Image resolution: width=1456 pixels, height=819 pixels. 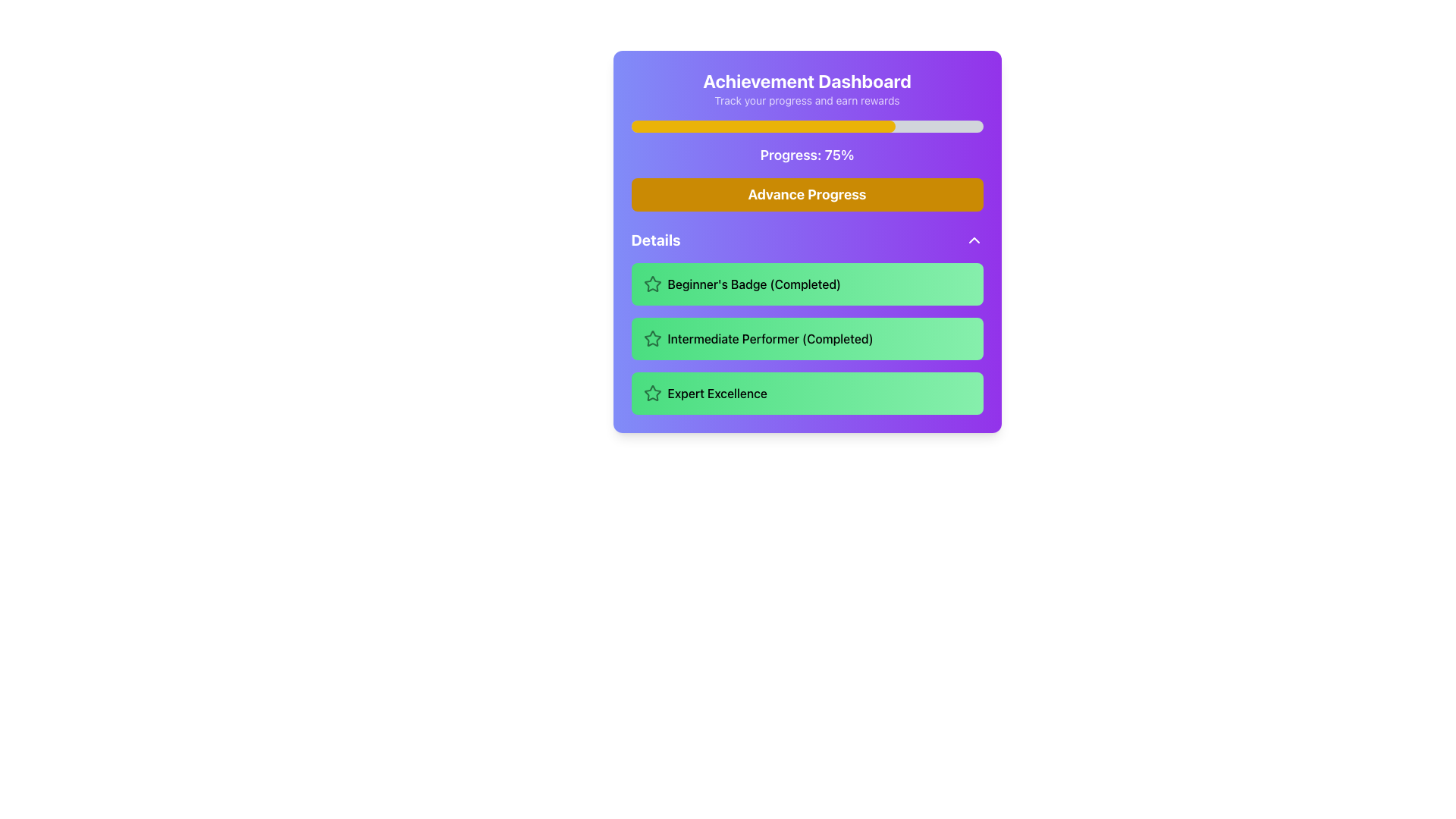 I want to click on the star-shaped icon outlined in a thin dark stroke, located in the green box labeled 'Expert Excellence' at the bottom of a vertically stacked list, so click(x=652, y=393).